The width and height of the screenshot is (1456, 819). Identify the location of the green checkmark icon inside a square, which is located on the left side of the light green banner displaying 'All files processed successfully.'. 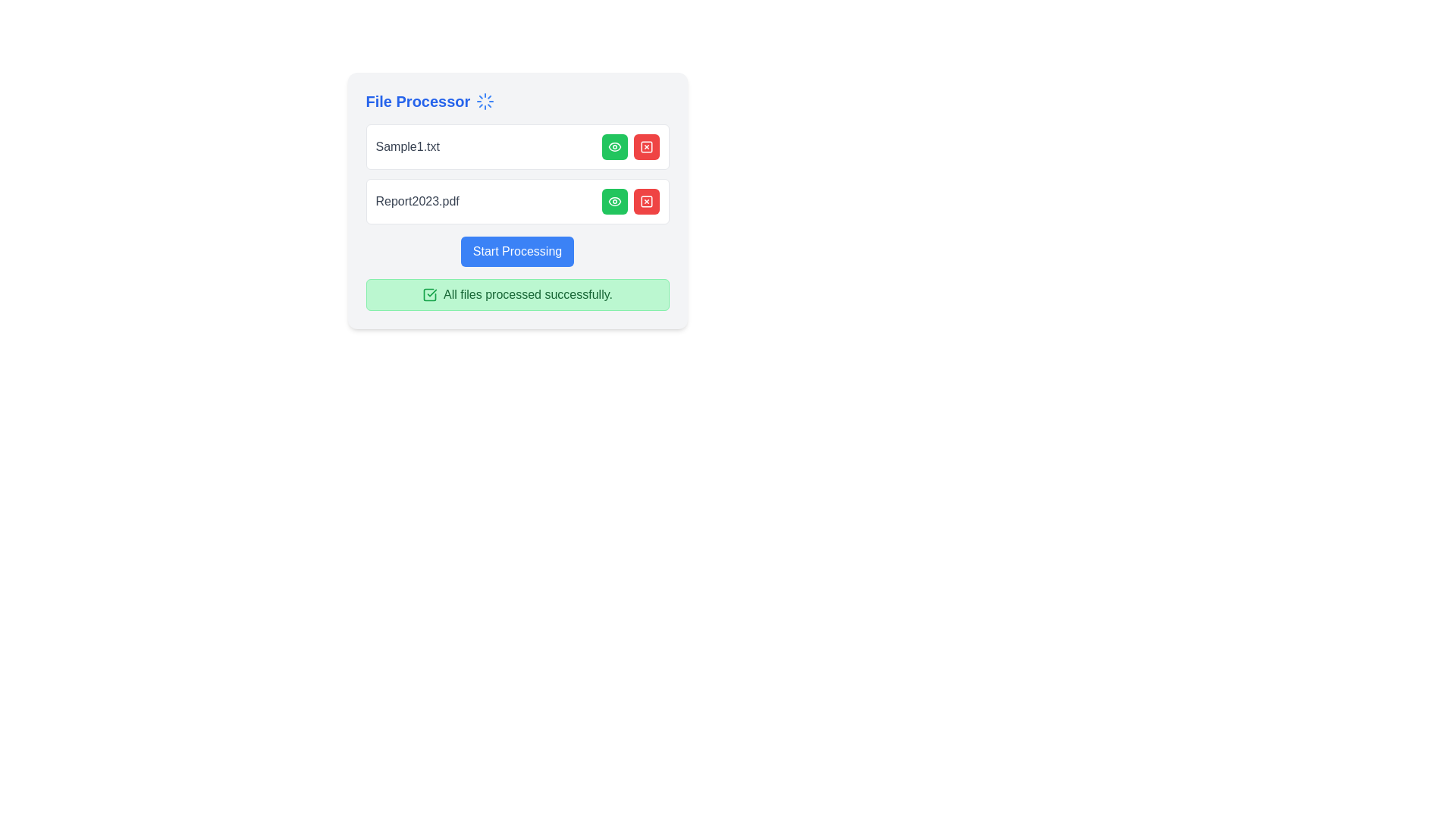
(428, 295).